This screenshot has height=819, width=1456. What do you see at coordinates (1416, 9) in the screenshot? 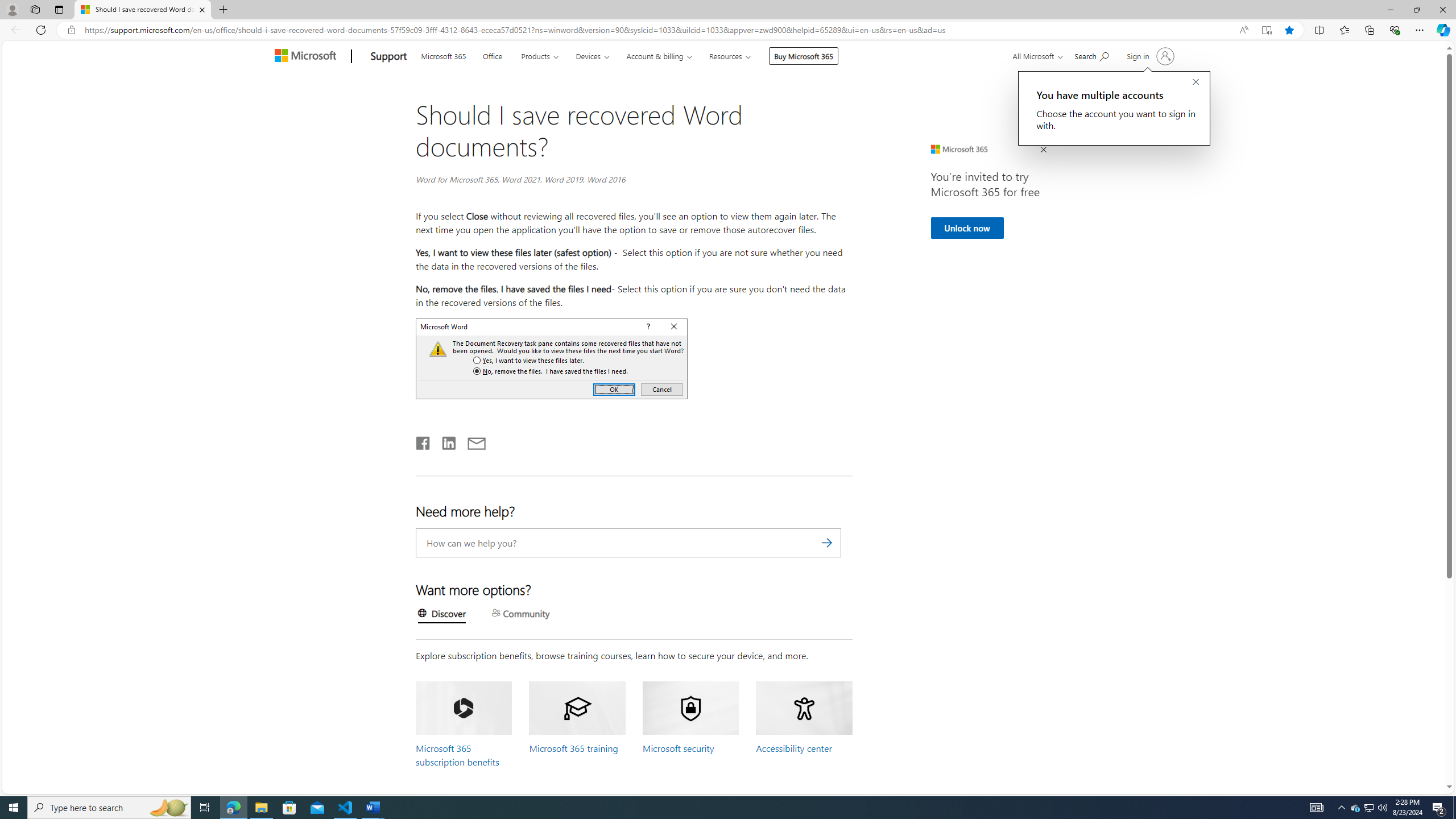
I see `'Restore'` at bounding box center [1416, 9].